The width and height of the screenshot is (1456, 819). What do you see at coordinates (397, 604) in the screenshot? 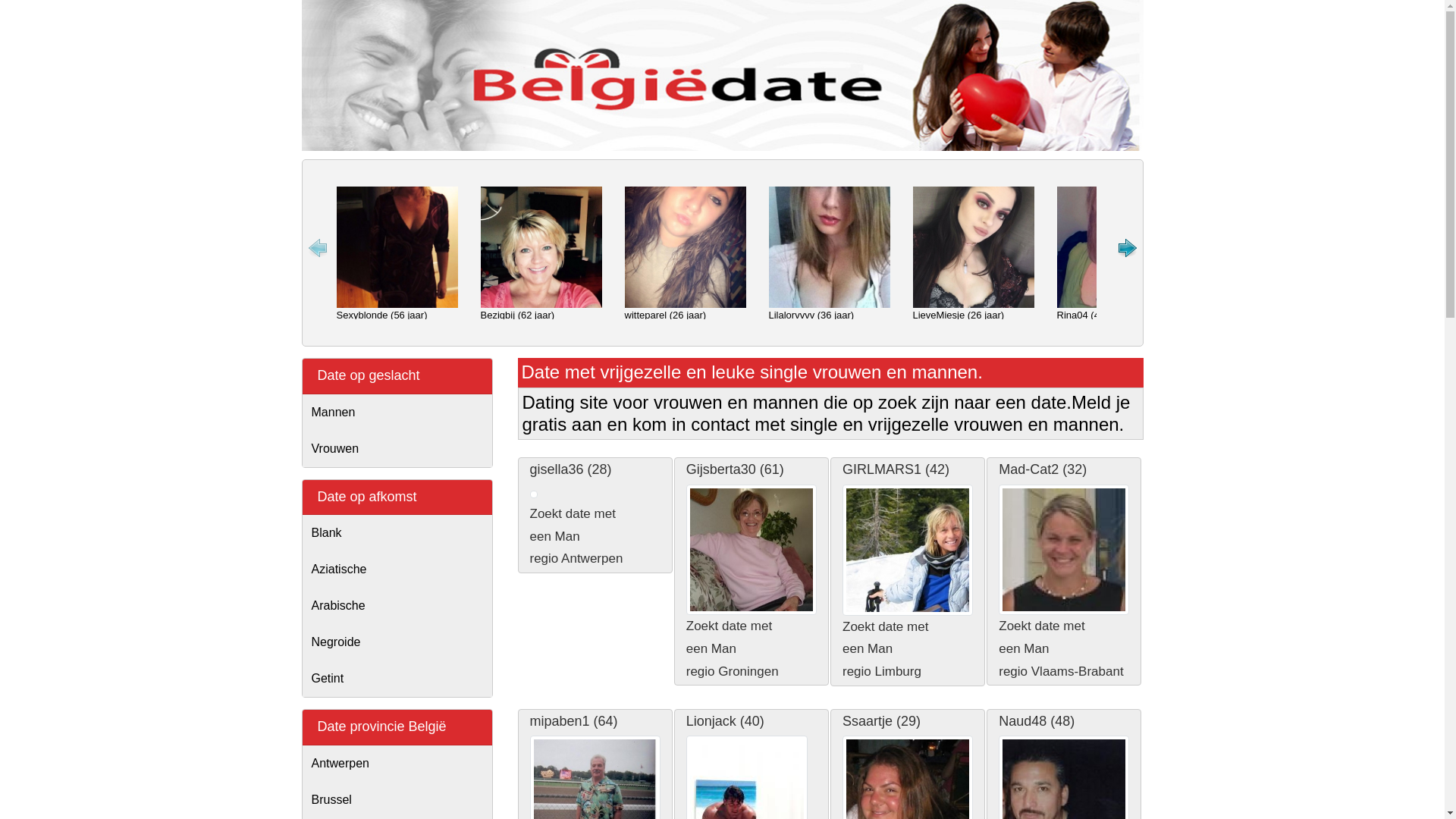
I see `'Arabische'` at bounding box center [397, 604].